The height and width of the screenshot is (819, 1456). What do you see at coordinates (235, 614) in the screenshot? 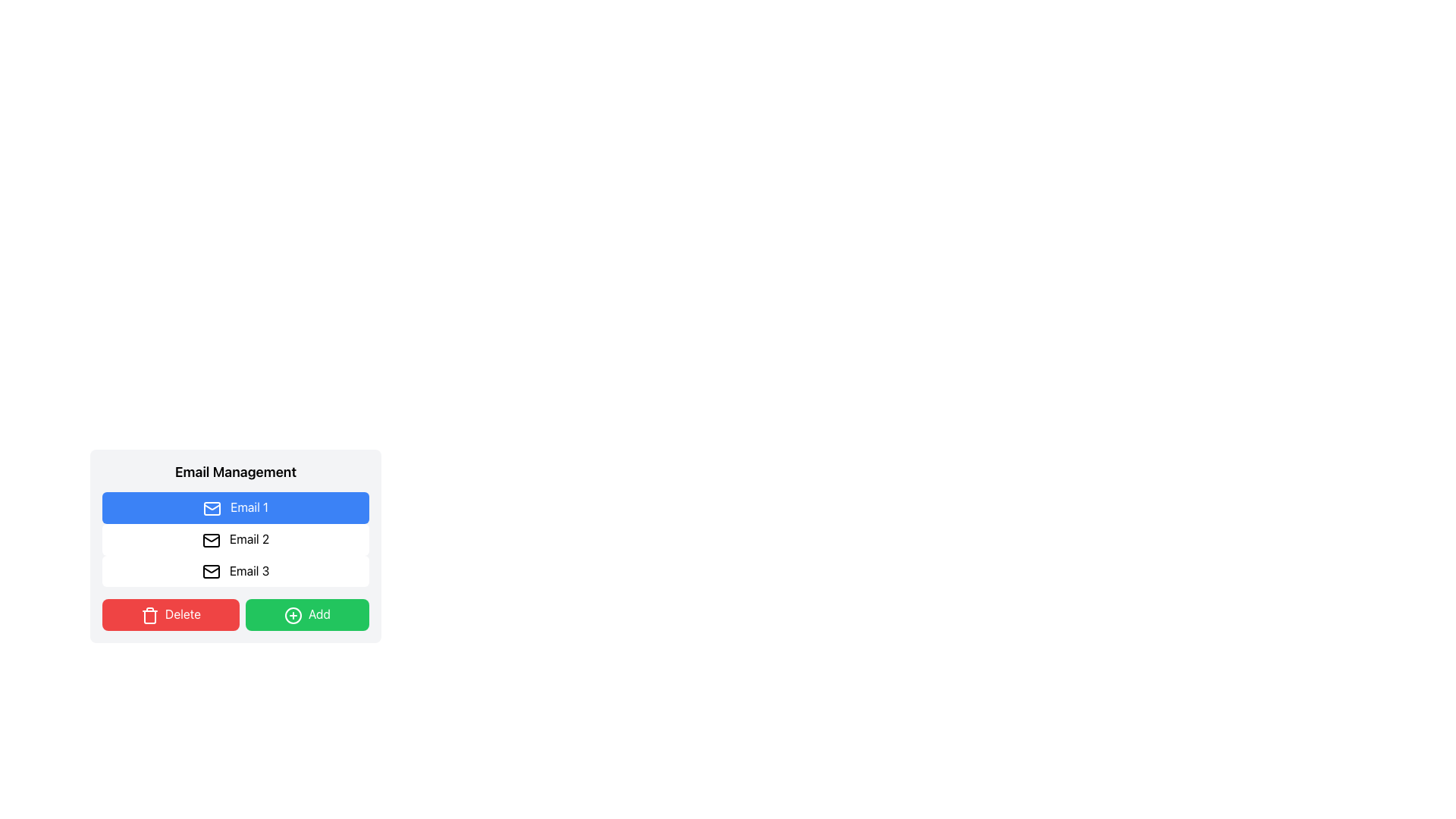
I see `the green 'Add' button located in the button group at the bottom of the 'Email Management' section` at bounding box center [235, 614].